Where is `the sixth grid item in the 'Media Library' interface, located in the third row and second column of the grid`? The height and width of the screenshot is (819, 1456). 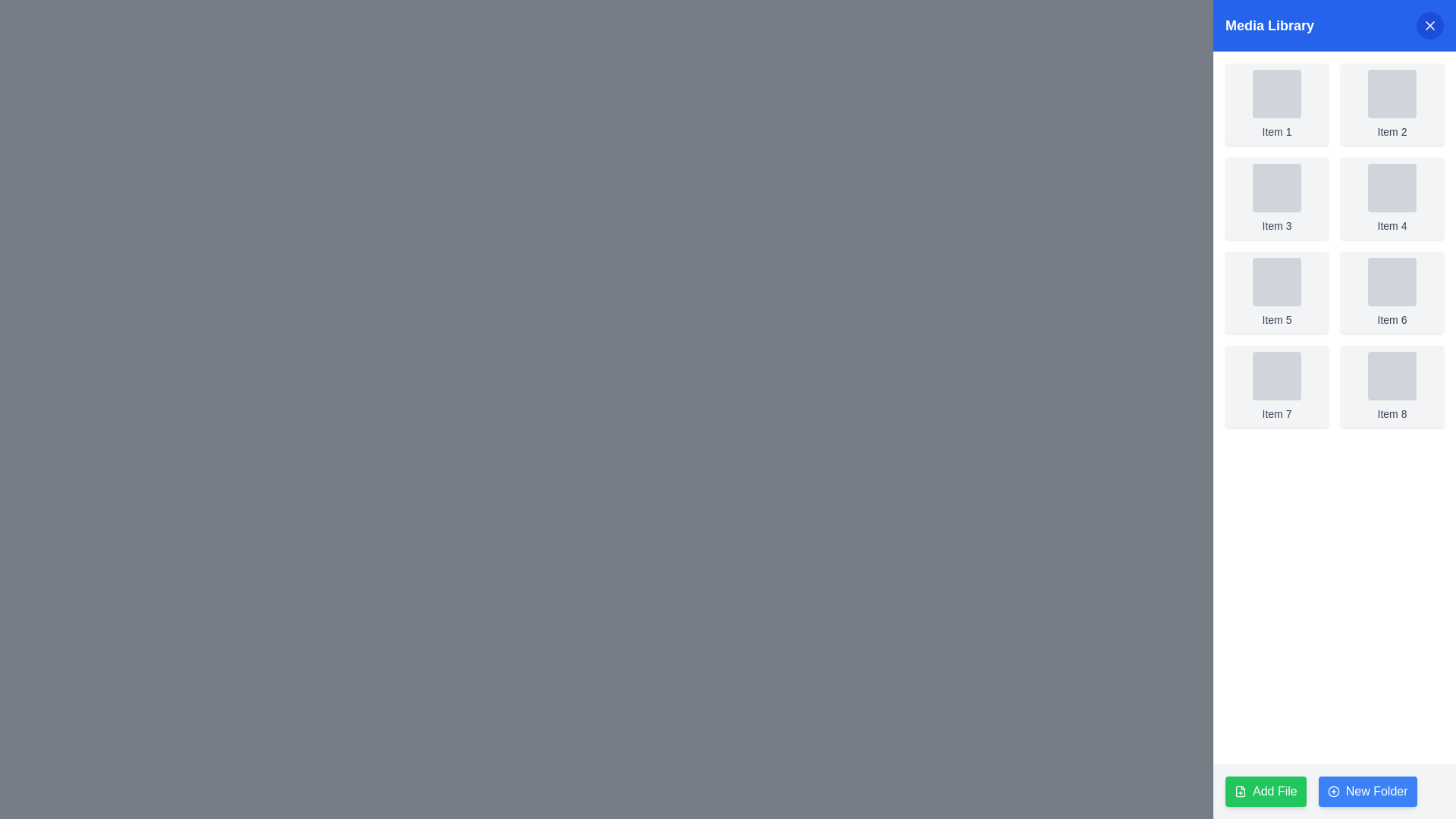 the sixth grid item in the 'Media Library' interface, located in the third row and second column of the grid is located at coordinates (1392, 292).